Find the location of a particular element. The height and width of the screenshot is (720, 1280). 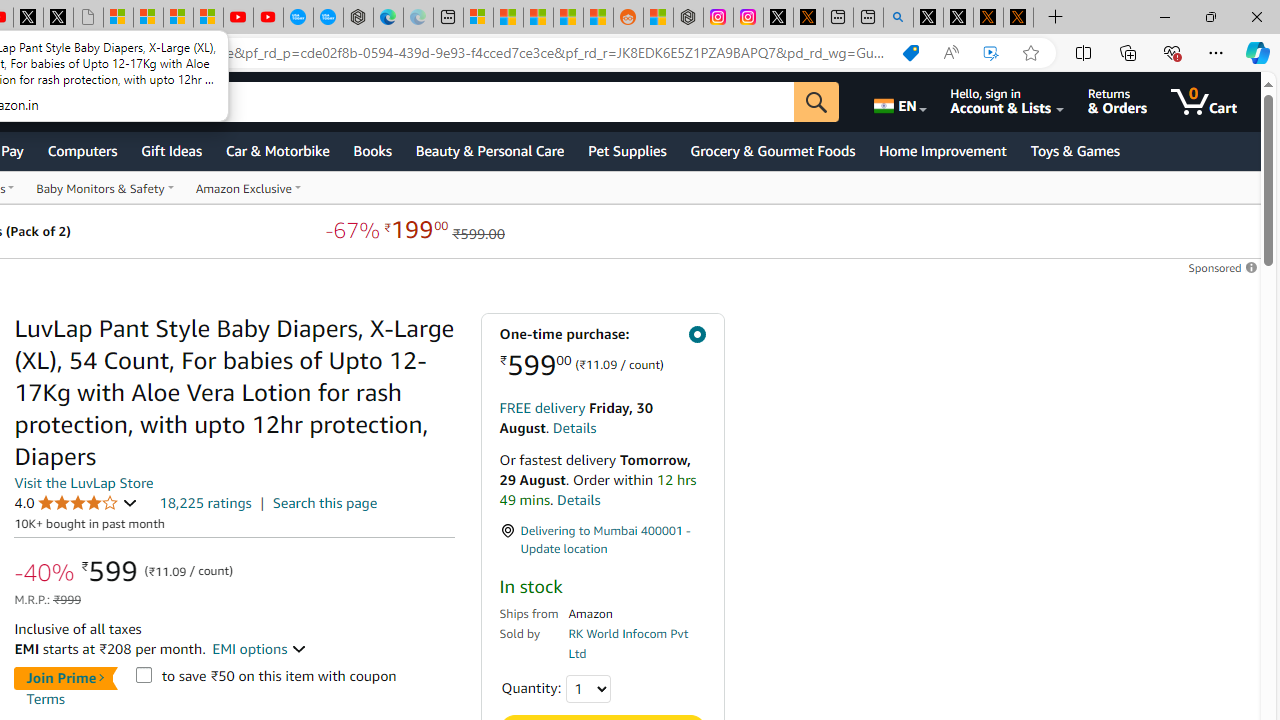

'Shanghai, China Weather trends | Microsoft Weather' is located at coordinates (597, 17).